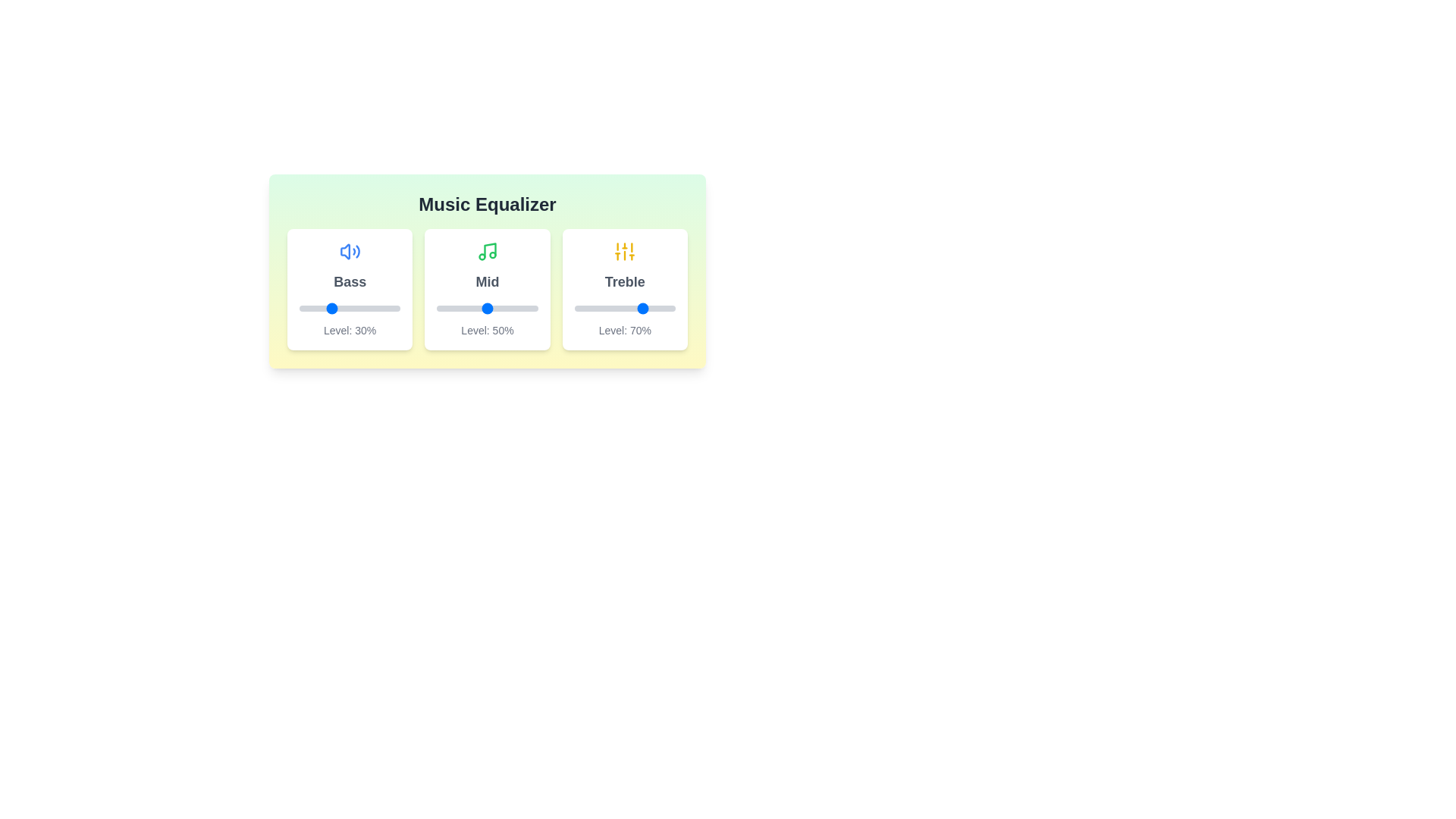 The width and height of the screenshot is (1456, 819). I want to click on the bass slider to 24%, so click(323, 308).